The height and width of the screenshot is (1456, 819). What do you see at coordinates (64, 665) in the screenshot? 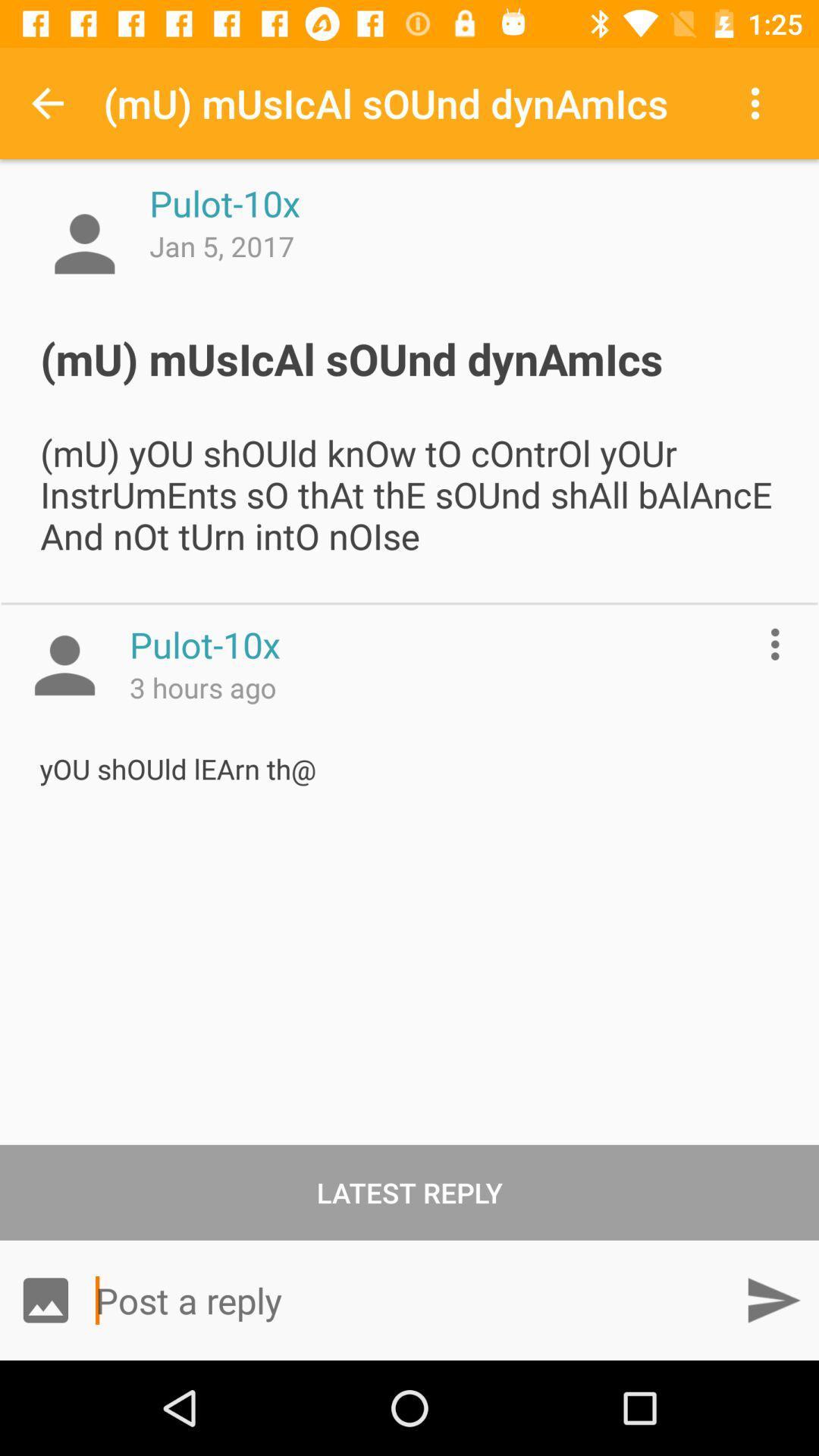
I see `profile` at bounding box center [64, 665].